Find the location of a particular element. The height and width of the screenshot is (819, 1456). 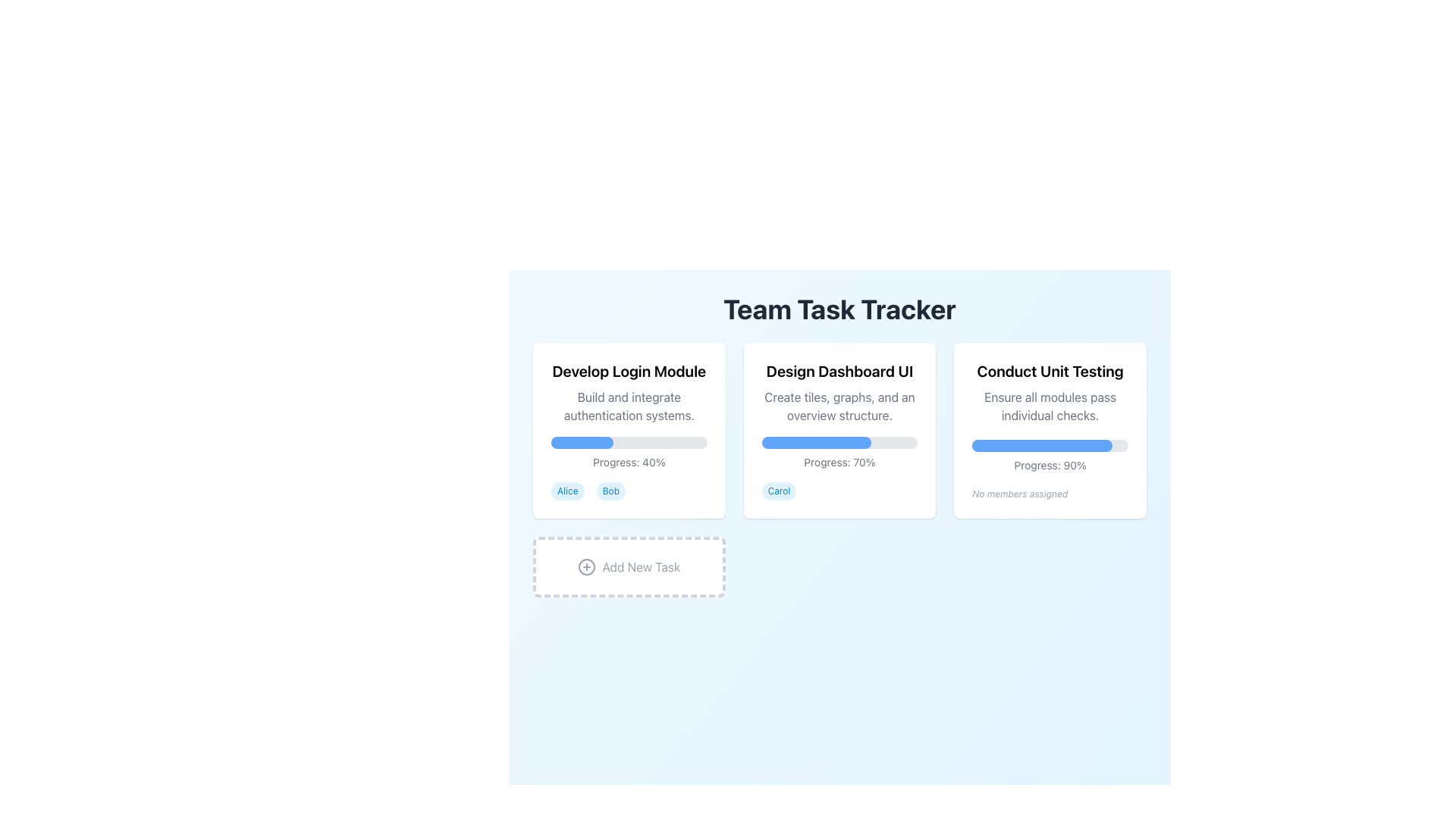

text displayed in the title and description of the task tracker, located in the third column above the progress bar indicating 'Progress: 90%' is located at coordinates (1050, 397).